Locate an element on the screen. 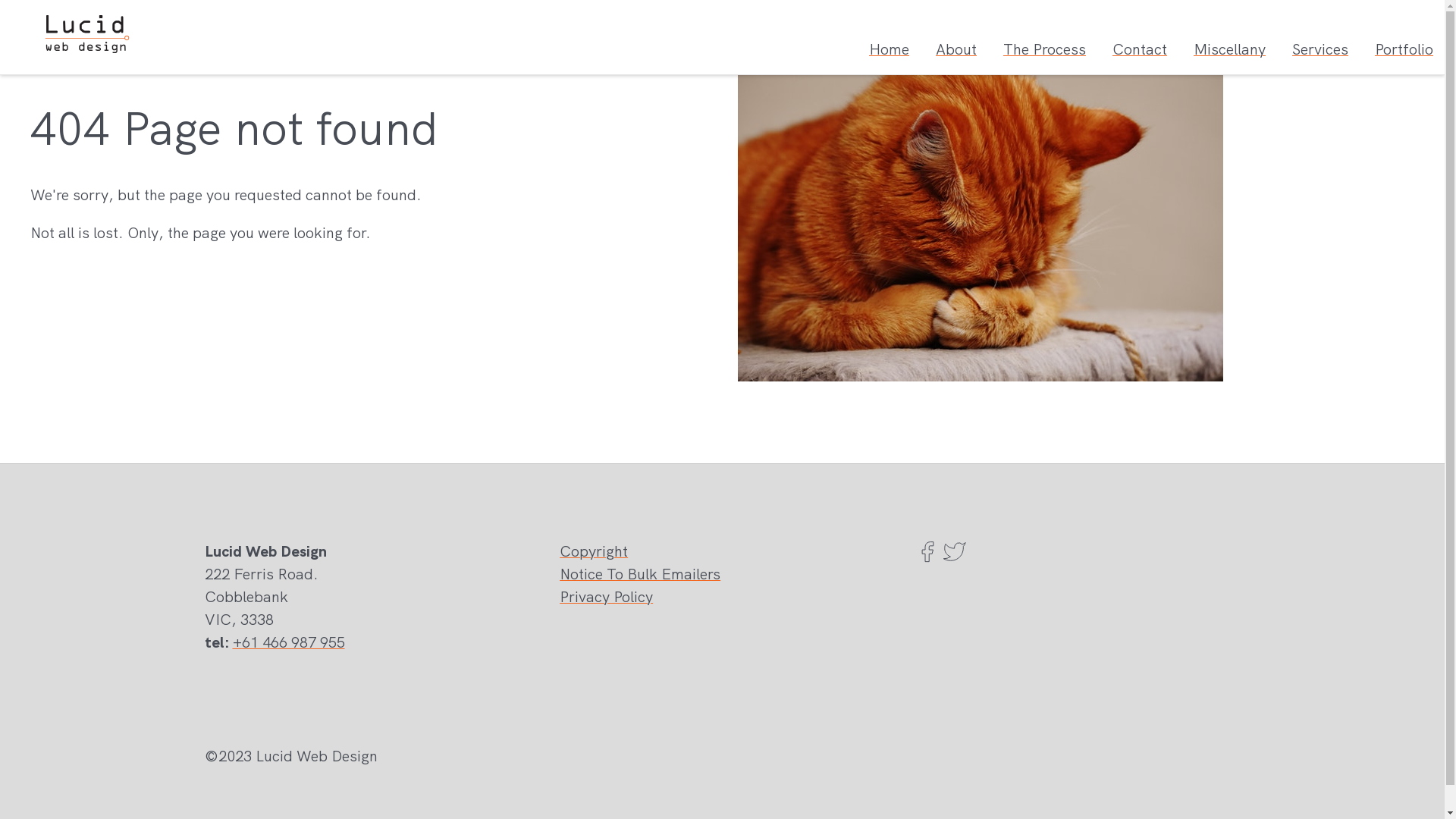 Image resolution: width=1456 pixels, height=819 pixels. 'Contact' is located at coordinates (1139, 49).